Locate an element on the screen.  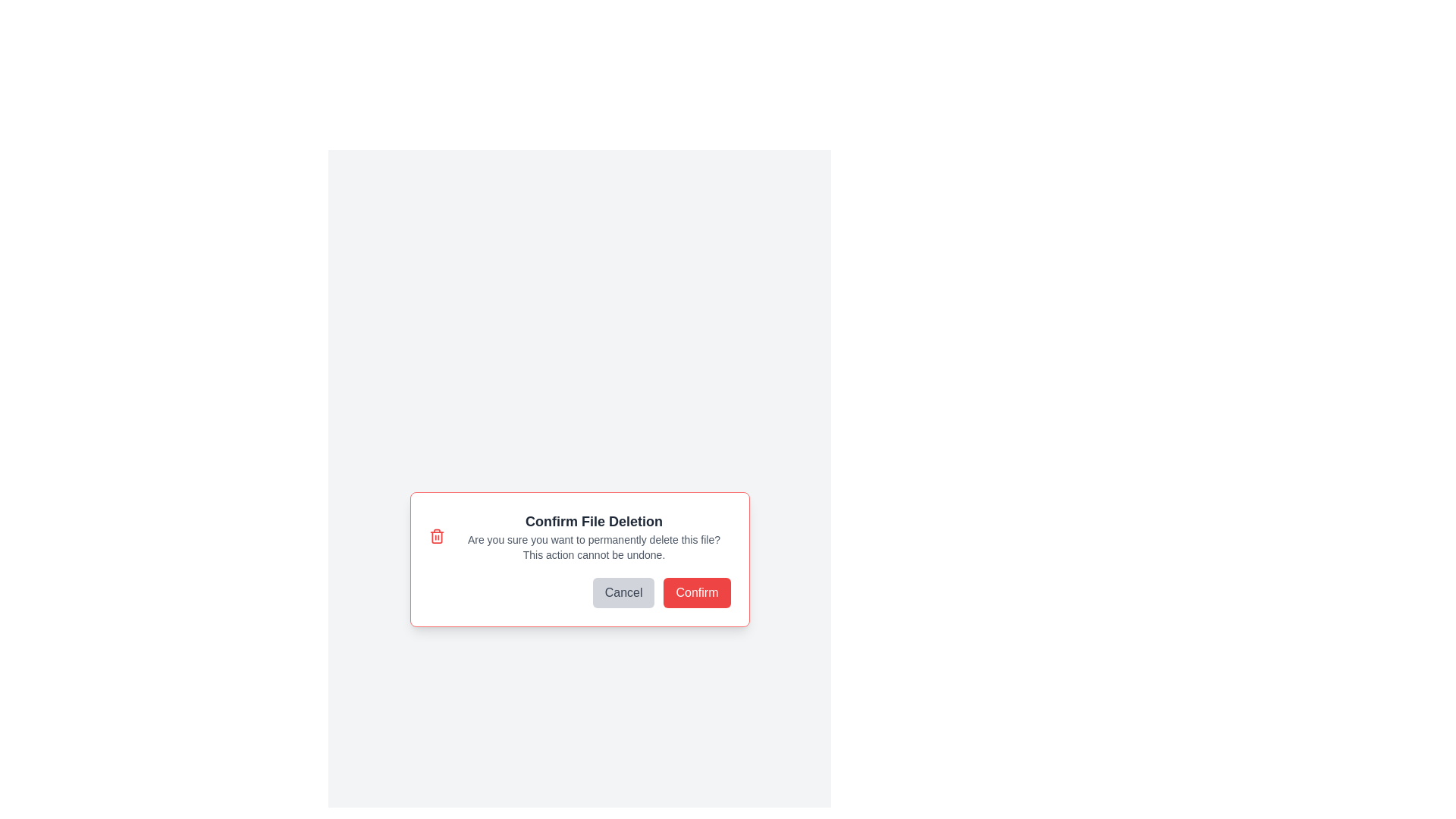
the static decorative trash icon located on the left side of the confirmation dialog box, aligned with the 'Confirm File Deletion' text is located at coordinates (436, 536).